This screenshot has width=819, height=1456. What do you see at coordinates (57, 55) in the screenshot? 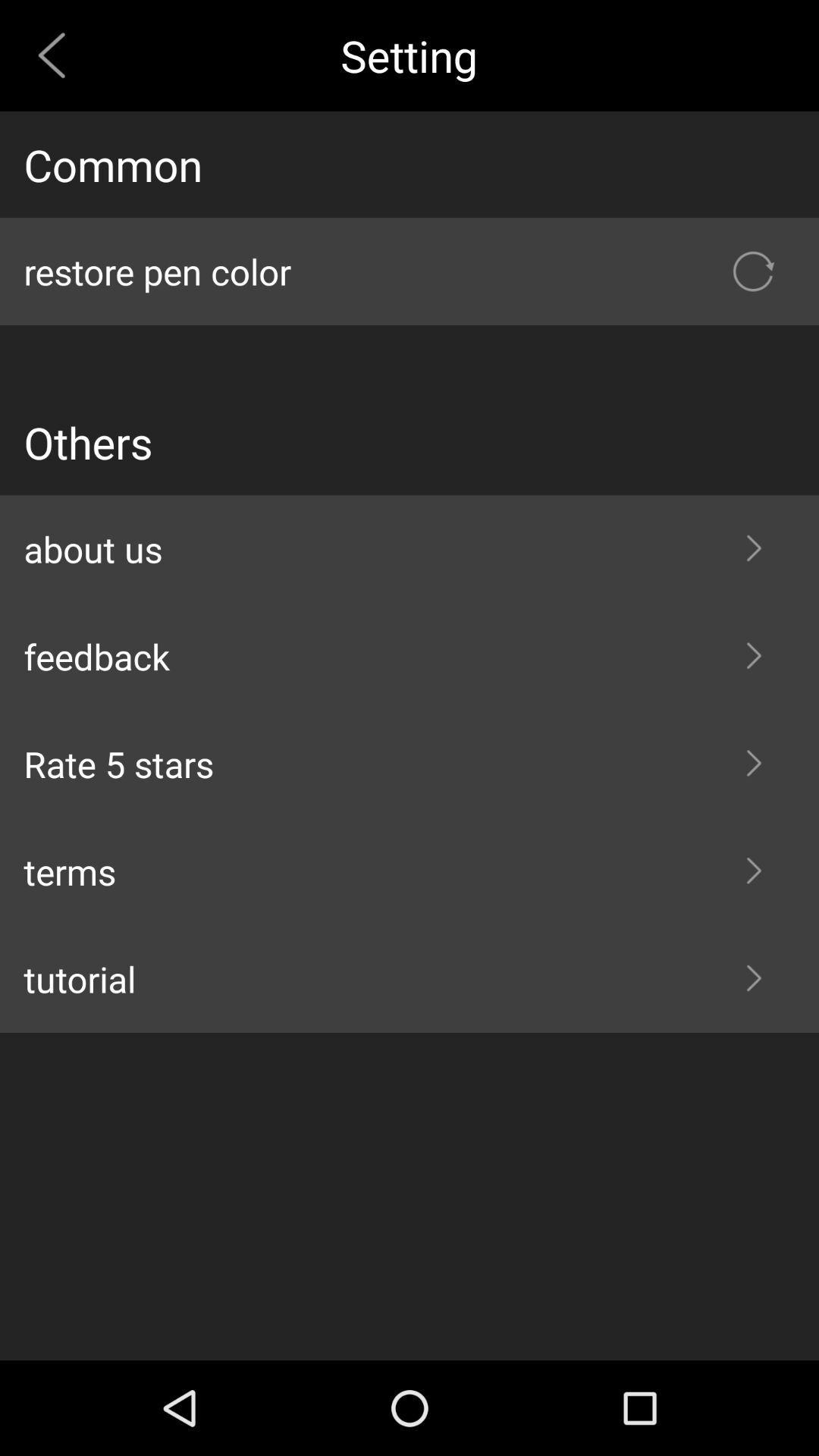
I see `the item next to setting` at bounding box center [57, 55].